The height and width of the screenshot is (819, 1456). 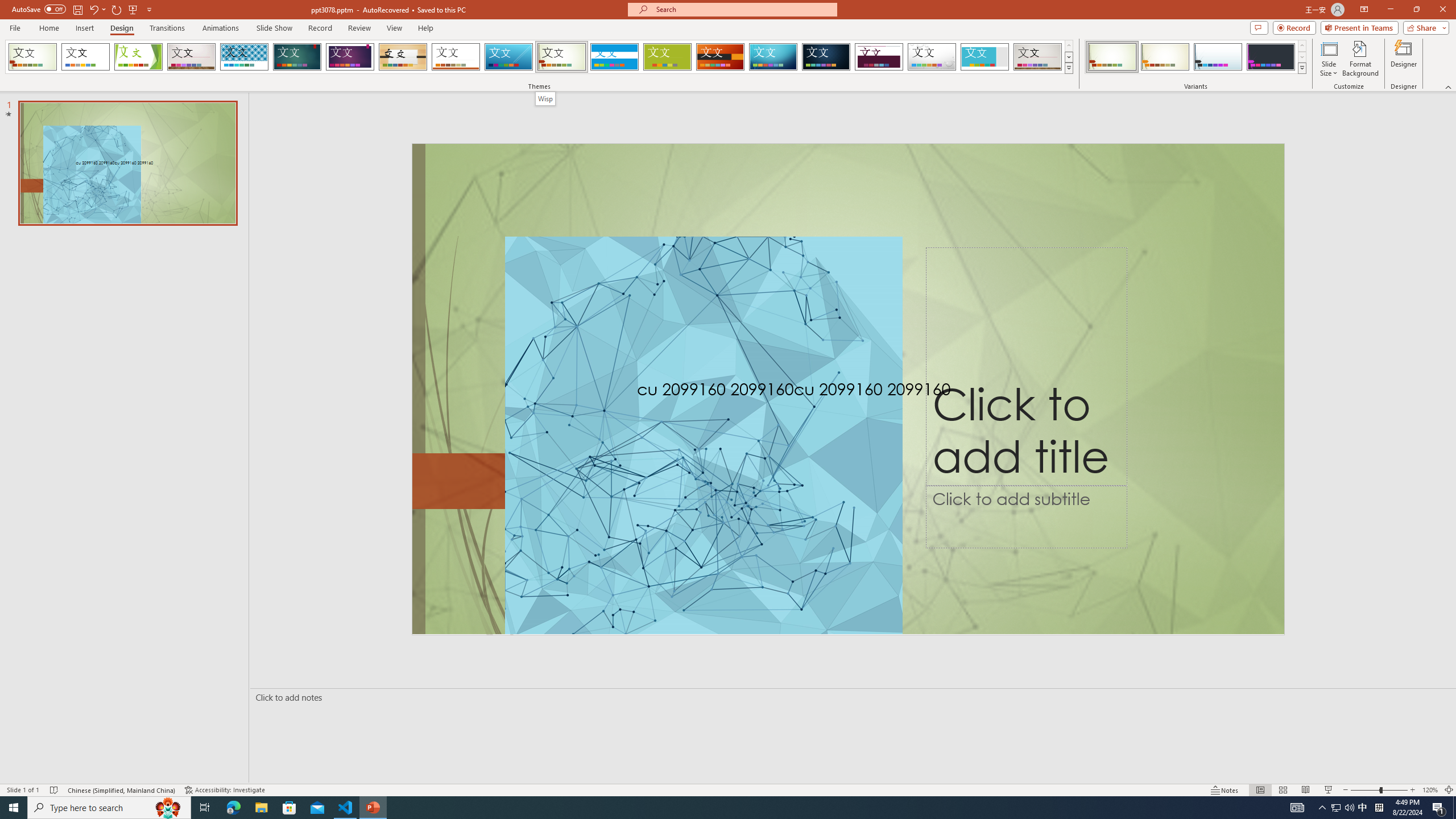 What do you see at coordinates (1359, 27) in the screenshot?
I see `'Present in Teams'` at bounding box center [1359, 27].